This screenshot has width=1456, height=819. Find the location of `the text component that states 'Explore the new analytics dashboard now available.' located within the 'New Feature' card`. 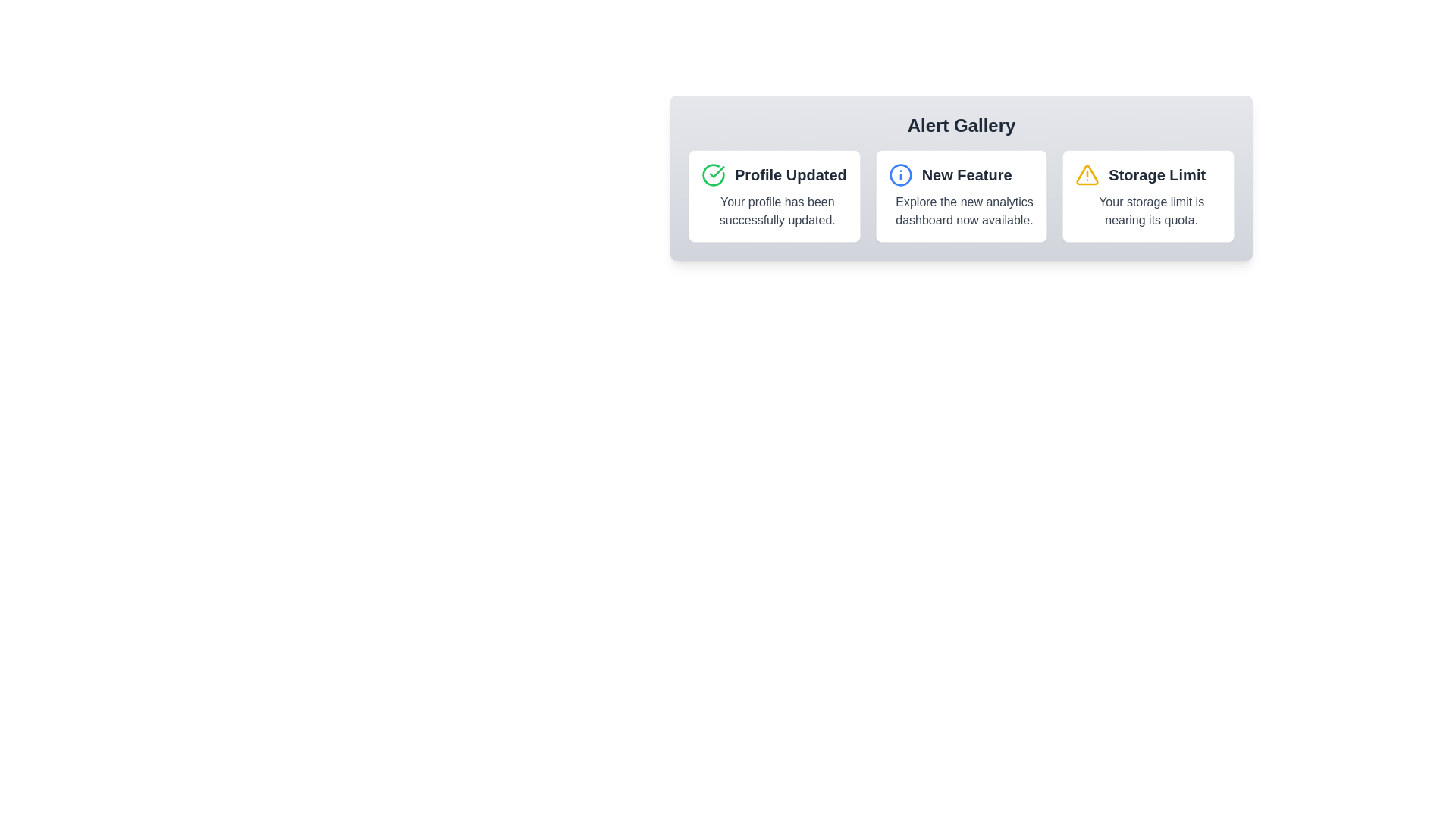

the text component that states 'Explore the new analytics dashboard now available.' located within the 'New Feature' card is located at coordinates (964, 211).